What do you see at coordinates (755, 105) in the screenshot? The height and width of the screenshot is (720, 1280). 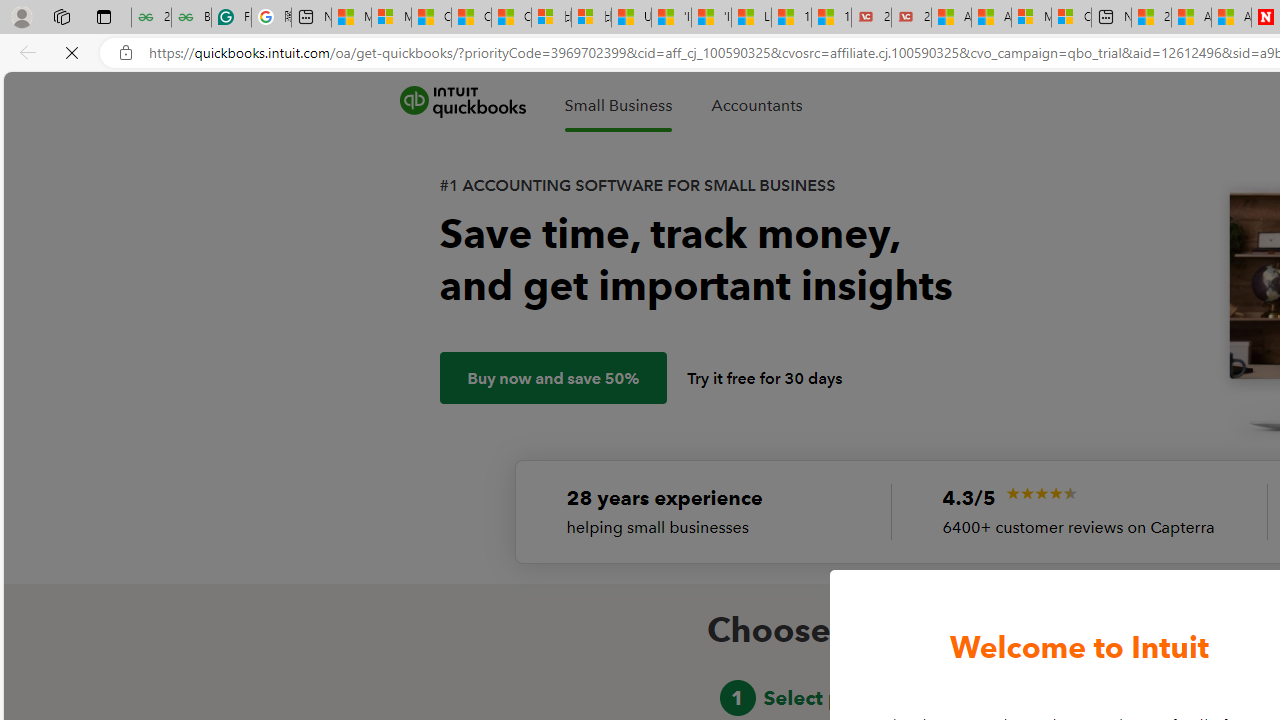 I see `'Accountants'` at bounding box center [755, 105].